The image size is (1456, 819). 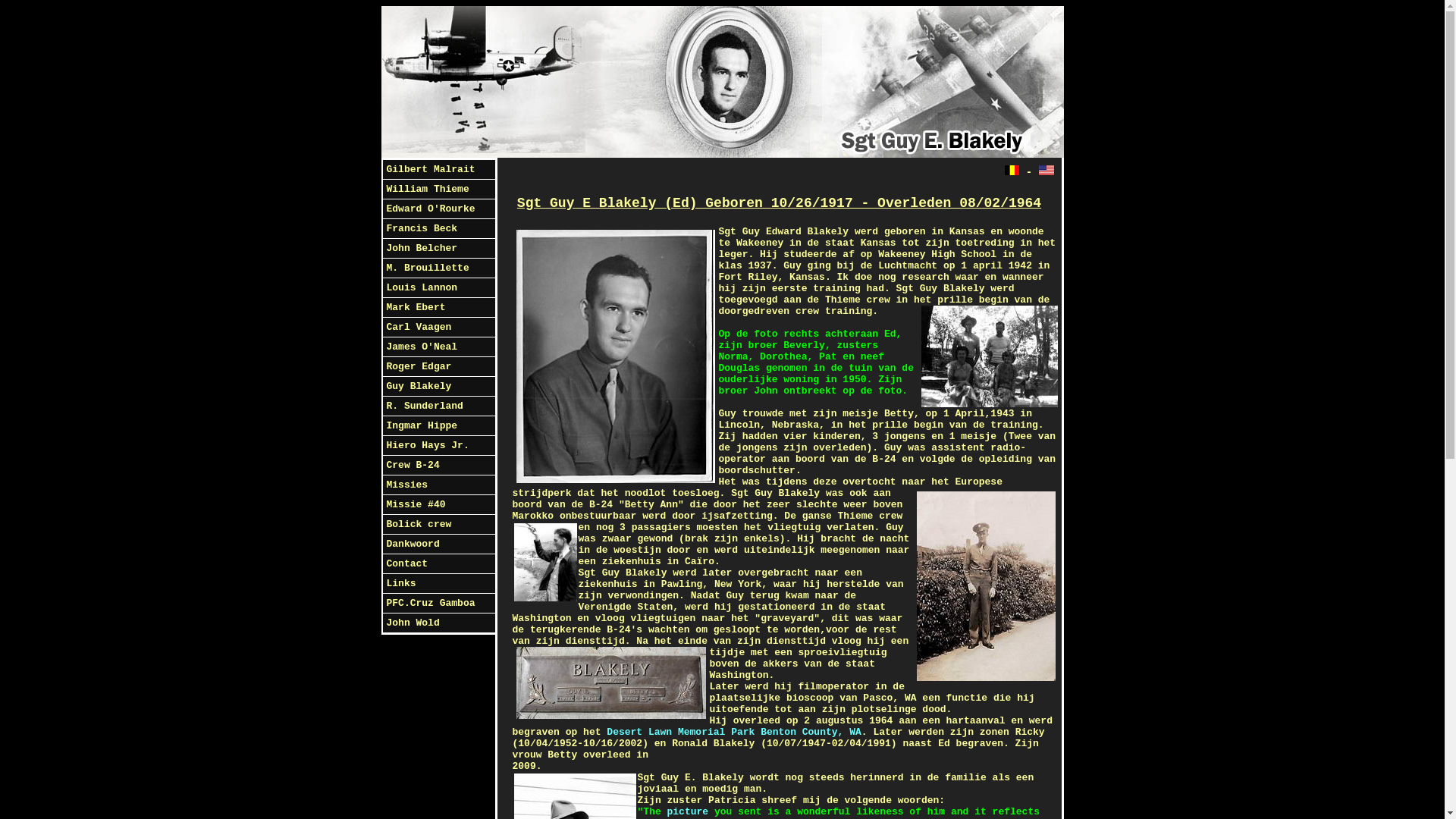 What do you see at coordinates (687, 811) in the screenshot?
I see `'picture'` at bounding box center [687, 811].